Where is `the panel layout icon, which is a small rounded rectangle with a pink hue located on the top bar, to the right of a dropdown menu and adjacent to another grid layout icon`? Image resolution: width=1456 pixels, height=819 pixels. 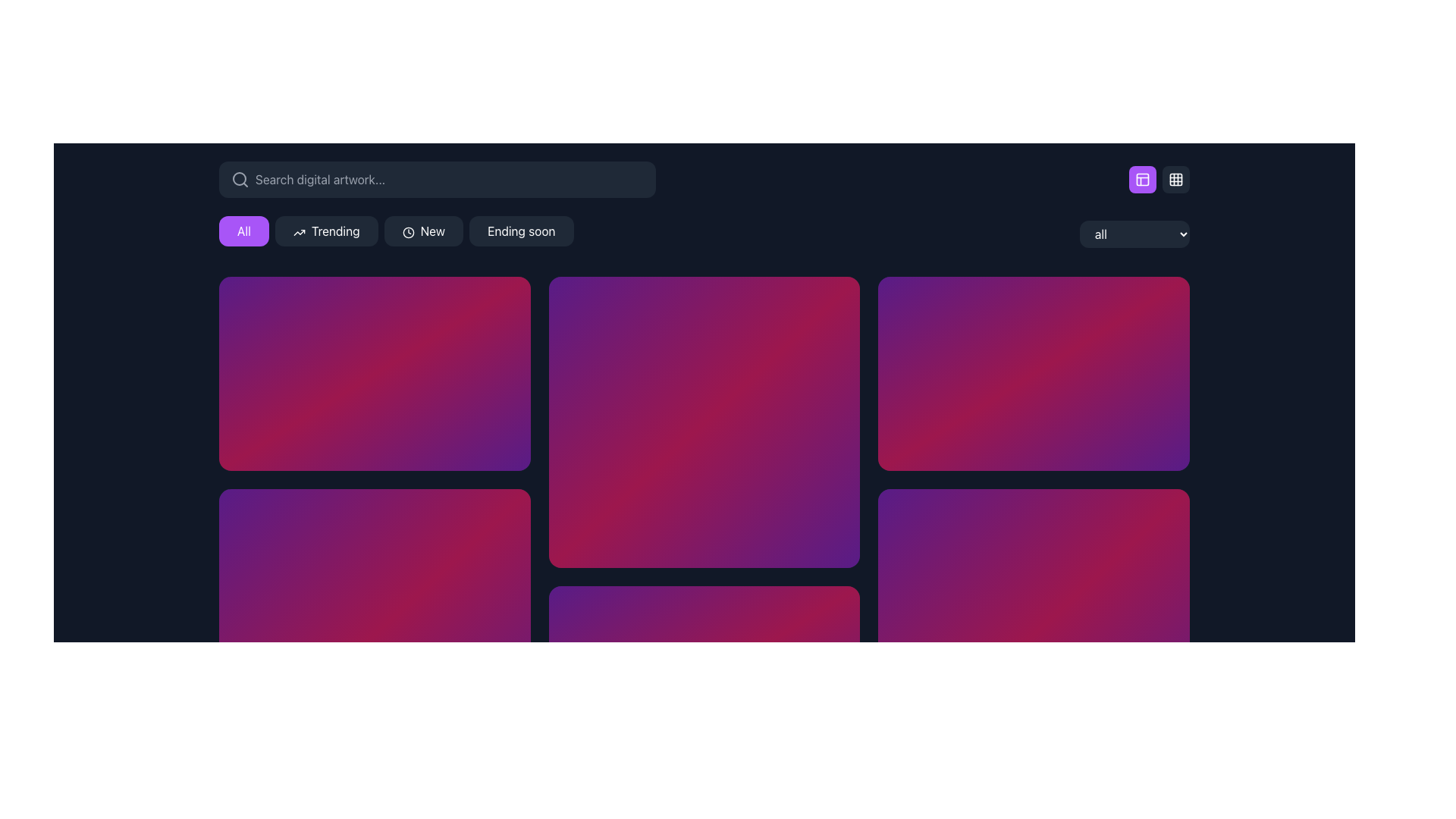 the panel layout icon, which is a small rounded rectangle with a pink hue located on the top bar, to the right of a dropdown menu and adjacent to another grid layout icon is located at coordinates (1143, 178).